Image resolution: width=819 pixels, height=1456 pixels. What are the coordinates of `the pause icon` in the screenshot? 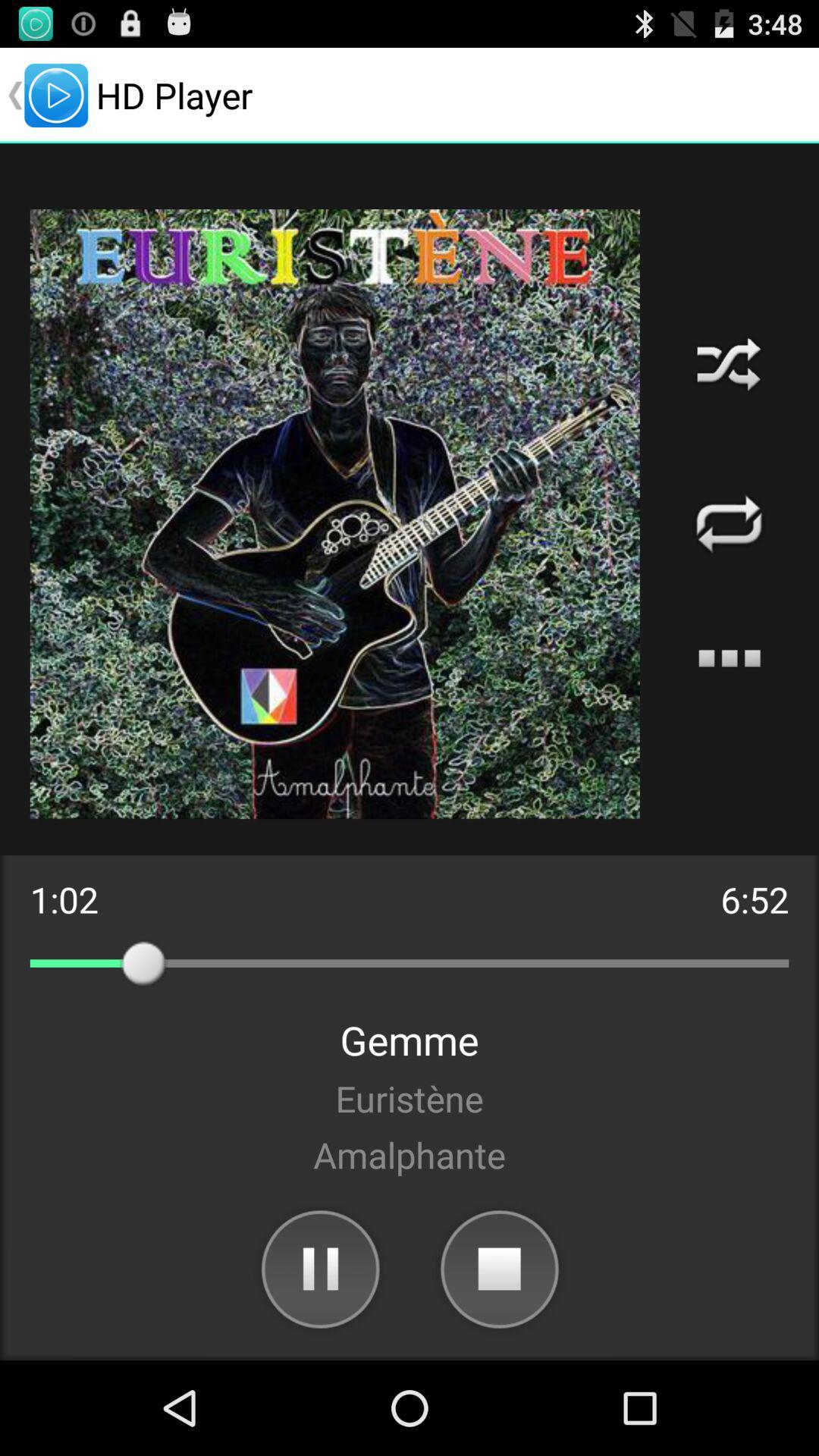 It's located at (318, 1357).